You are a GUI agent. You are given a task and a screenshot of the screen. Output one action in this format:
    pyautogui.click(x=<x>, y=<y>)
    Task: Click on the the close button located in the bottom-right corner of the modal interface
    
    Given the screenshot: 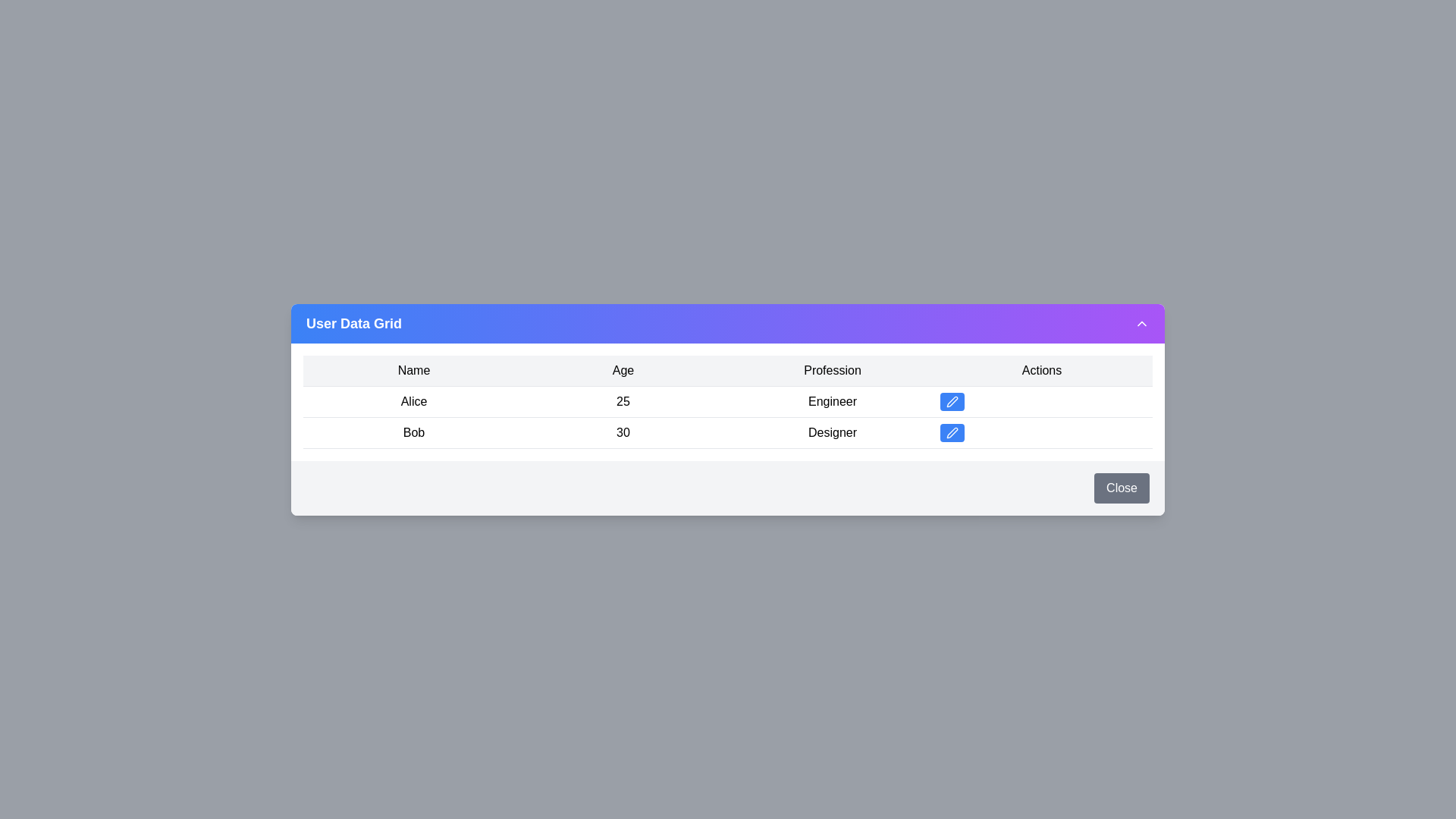 What is the action you would take?
    pyautogui.click(x=1122, y=488)
    